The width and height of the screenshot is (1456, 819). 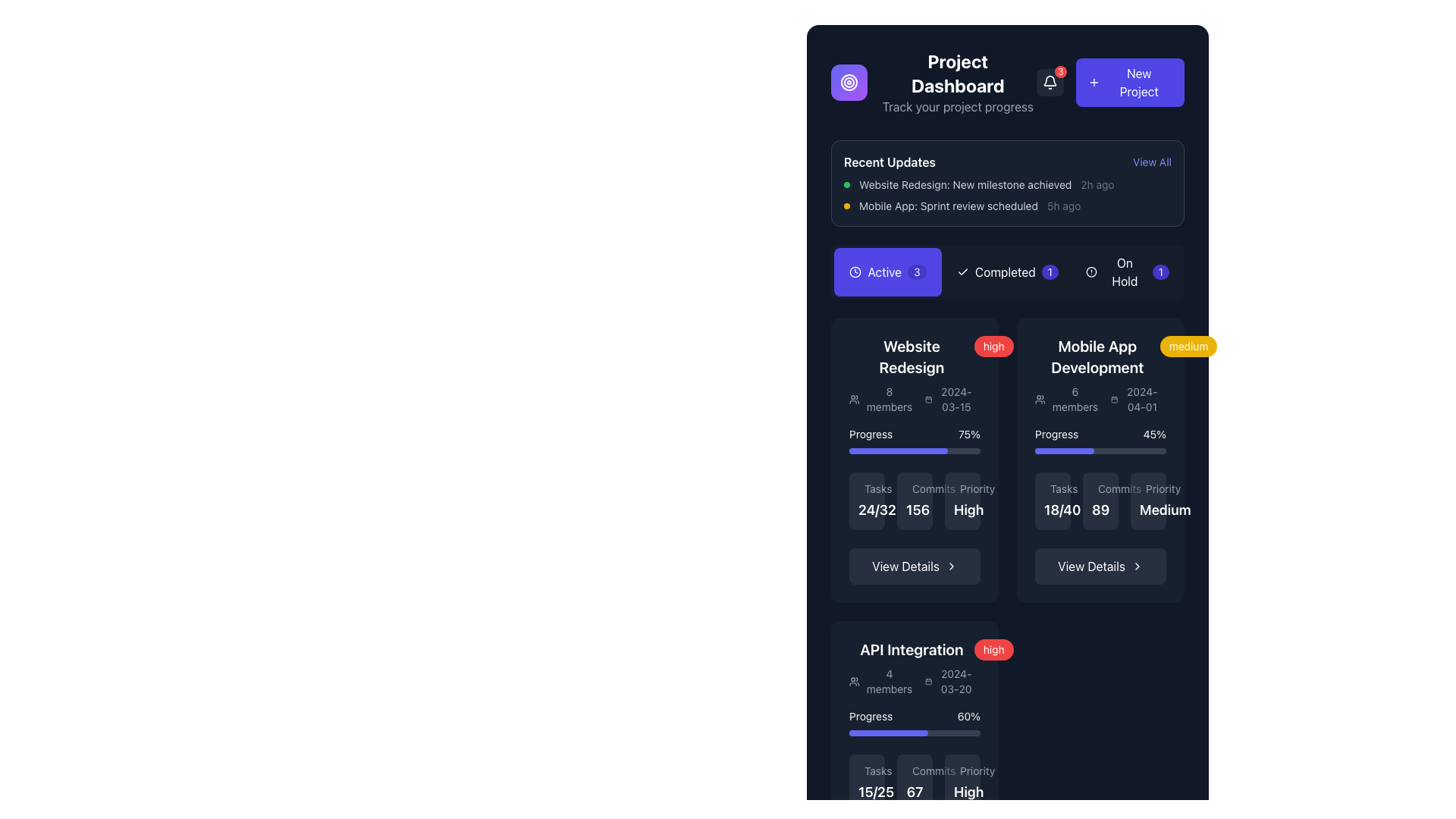 What do you see at coordinates (914, 771) in the screenshot?
I see `the label with icon that provides contextual information about the commits associated with the API Integration project by moving the cursor to its center point` at bounding box center [914, 771].